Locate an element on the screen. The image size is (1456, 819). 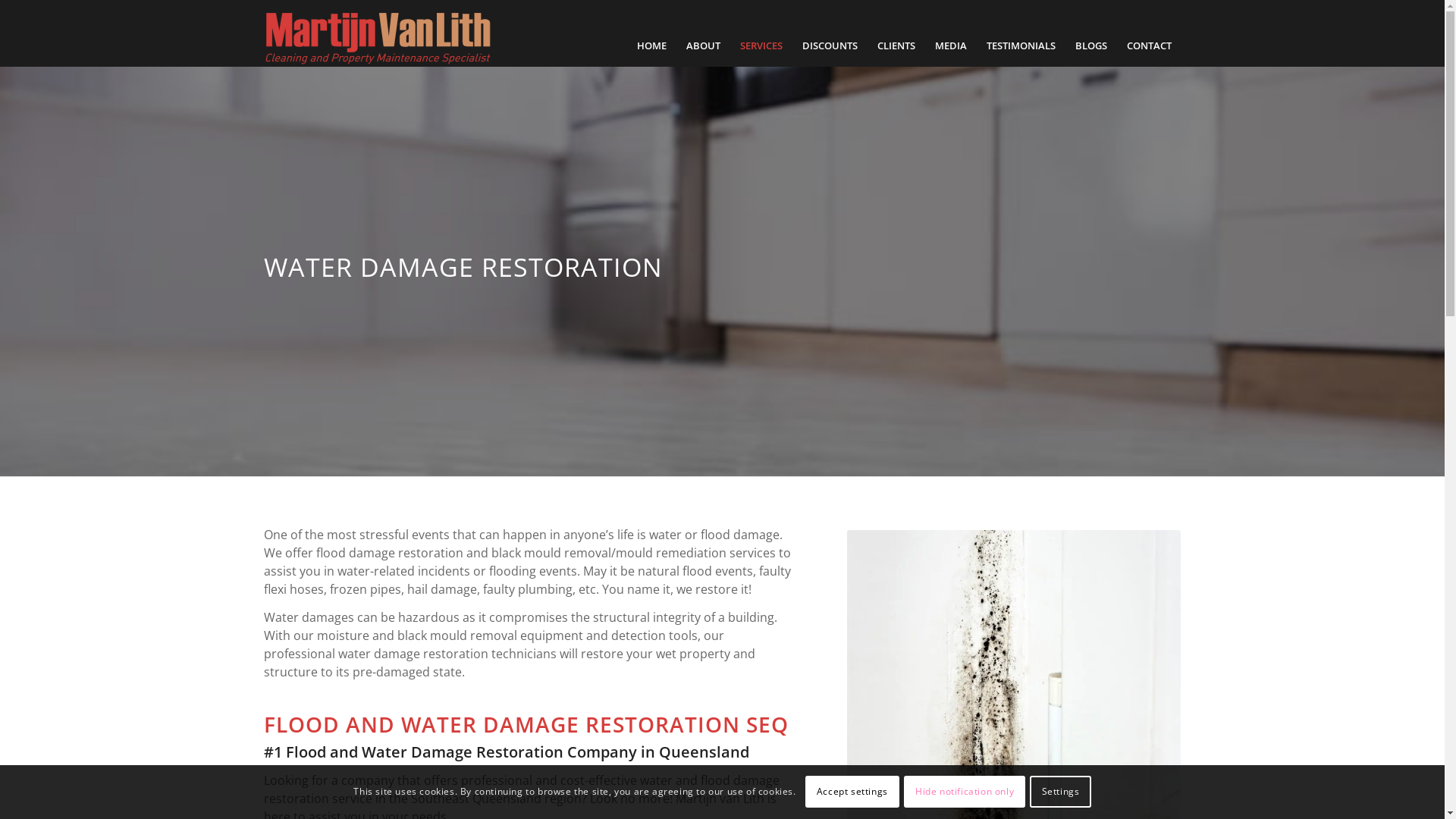
'CLIENTS' is located at coordinates (867, 45).